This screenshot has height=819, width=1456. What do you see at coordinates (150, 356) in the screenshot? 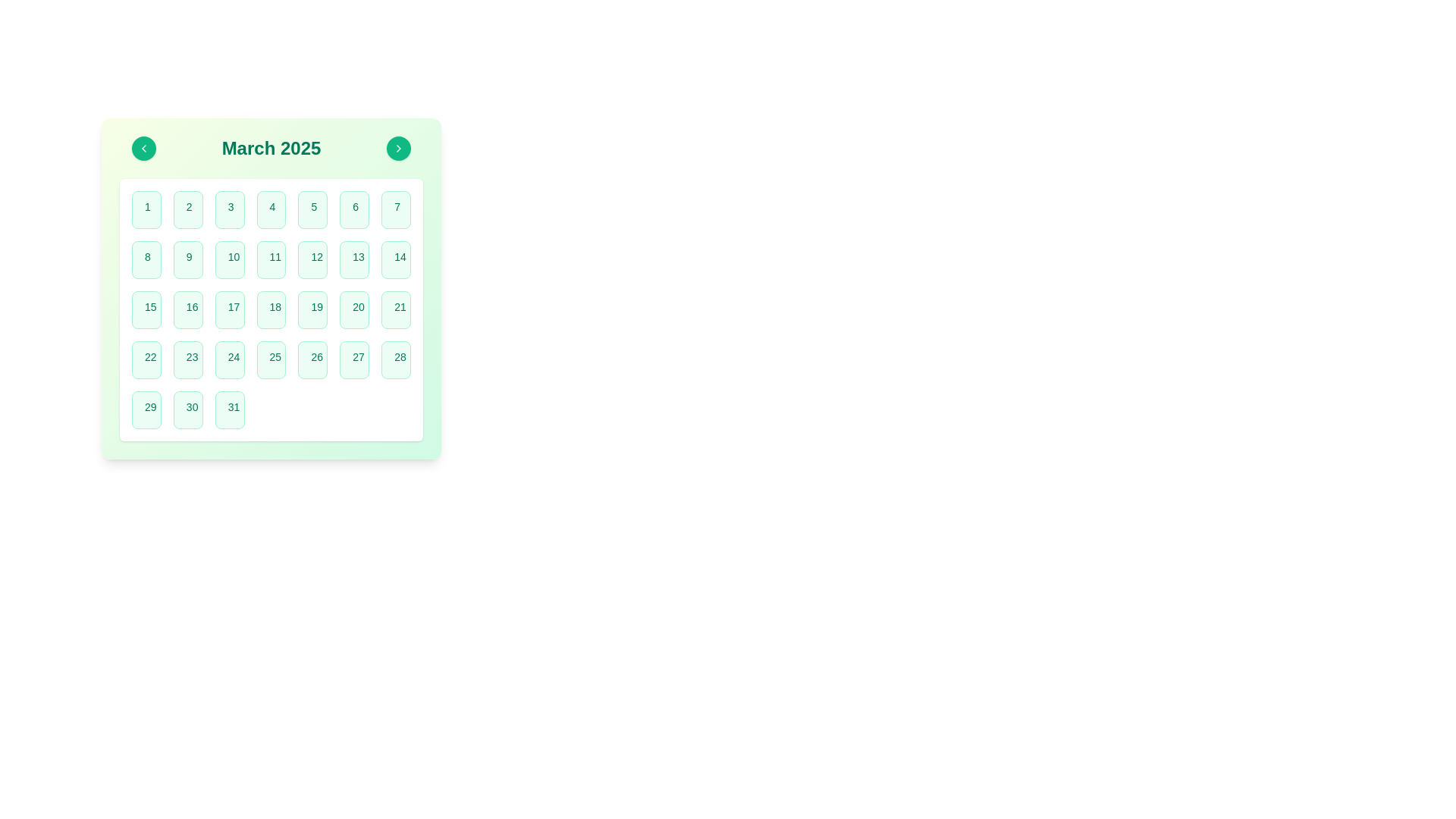
I see `the Text Label representing the calendar date located in the sixth row and third column of the calendar interface` at bounding box center [150, 356].